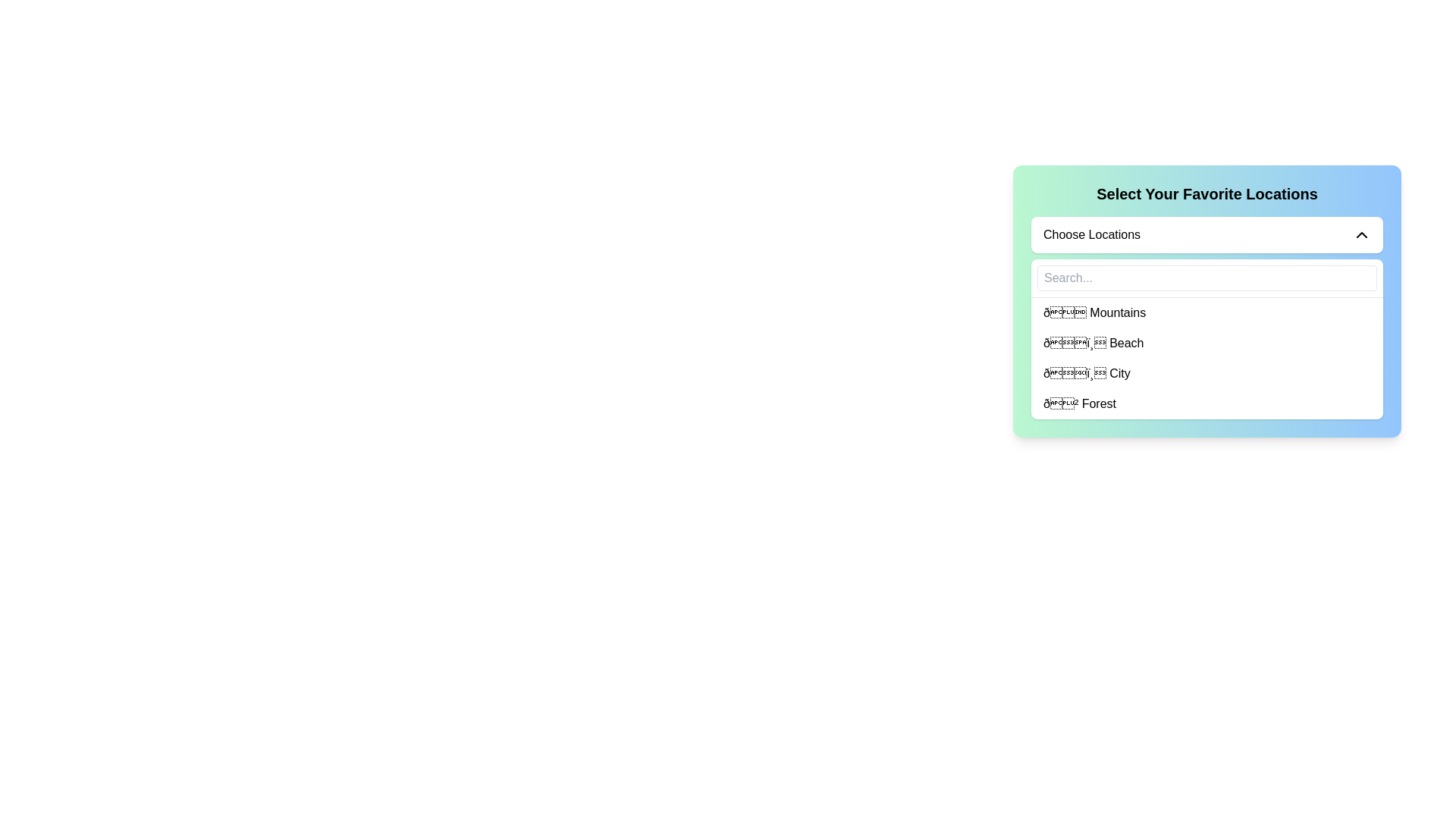  What do you see at coordinates (1207, 312) in the screenshot?
I see `the first selectable item in the dropdown menu` at bounding box center [1207, 312].